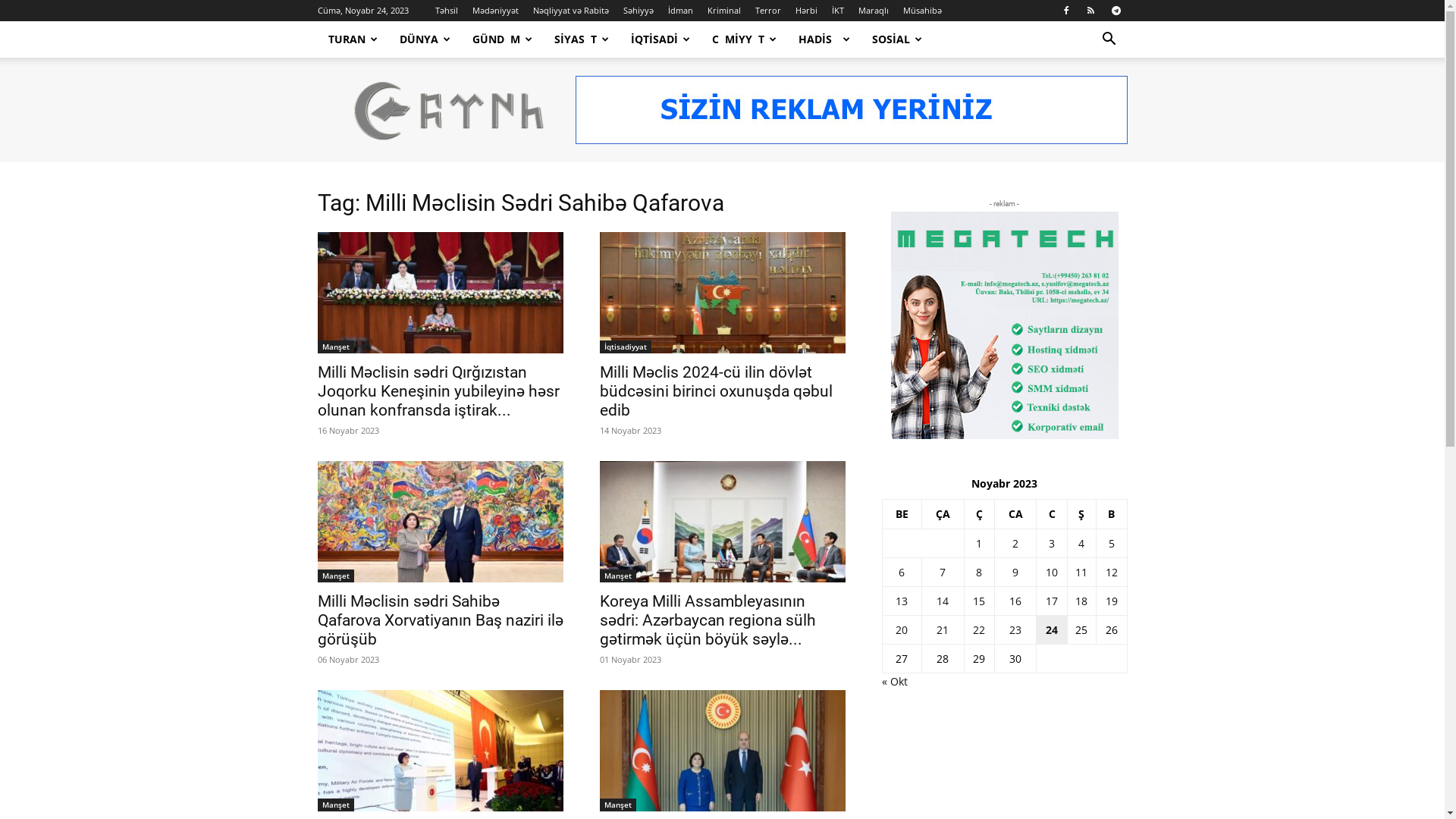 This screenshot has width=1456, height=819. I want to click on '18', so click(1080, 600).